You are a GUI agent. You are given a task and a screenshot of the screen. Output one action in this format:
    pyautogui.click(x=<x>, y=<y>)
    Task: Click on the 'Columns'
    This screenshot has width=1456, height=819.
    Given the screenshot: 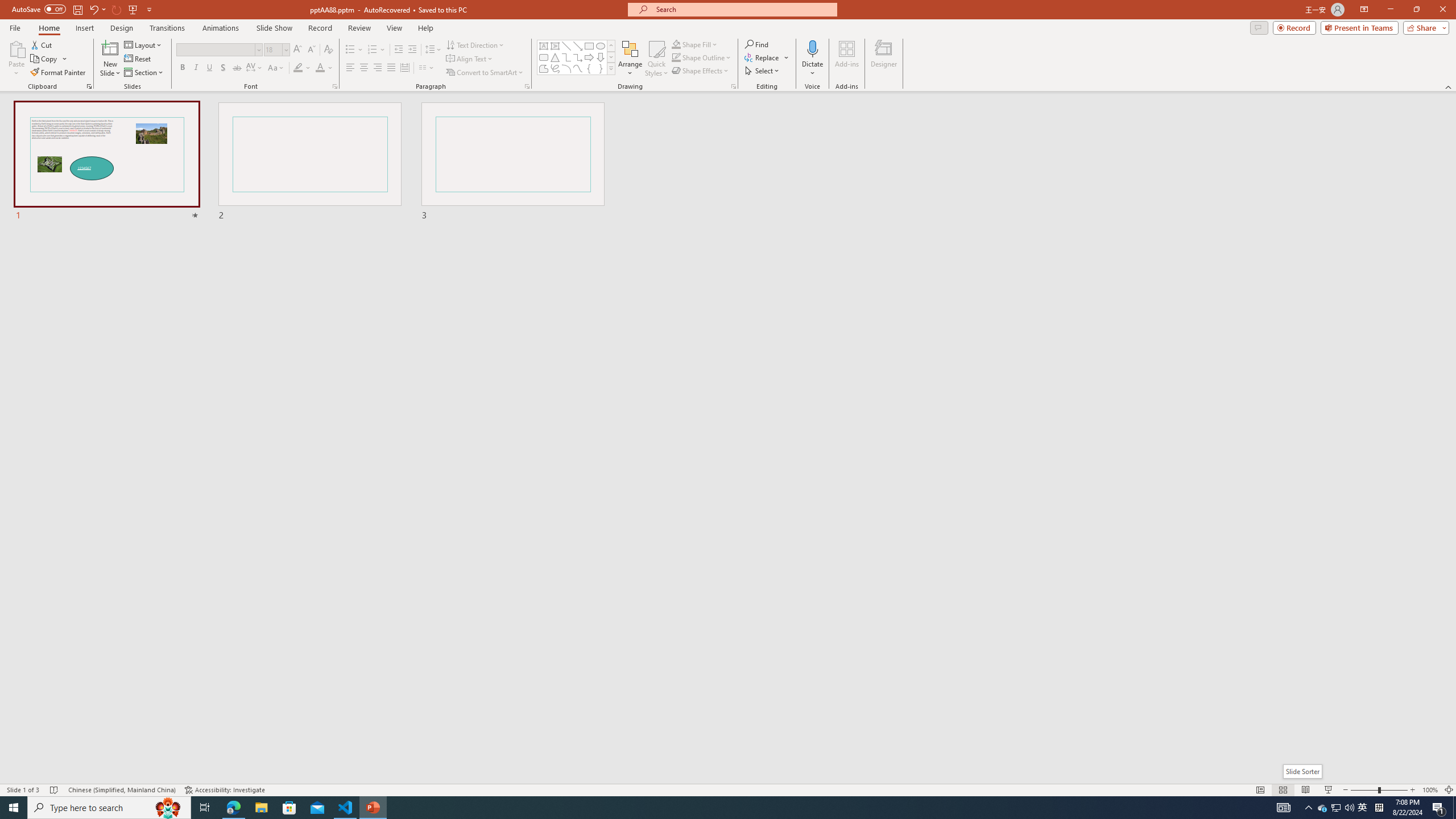 What is the action you would take?
    pyautogui.click(x=427, y=67)
    